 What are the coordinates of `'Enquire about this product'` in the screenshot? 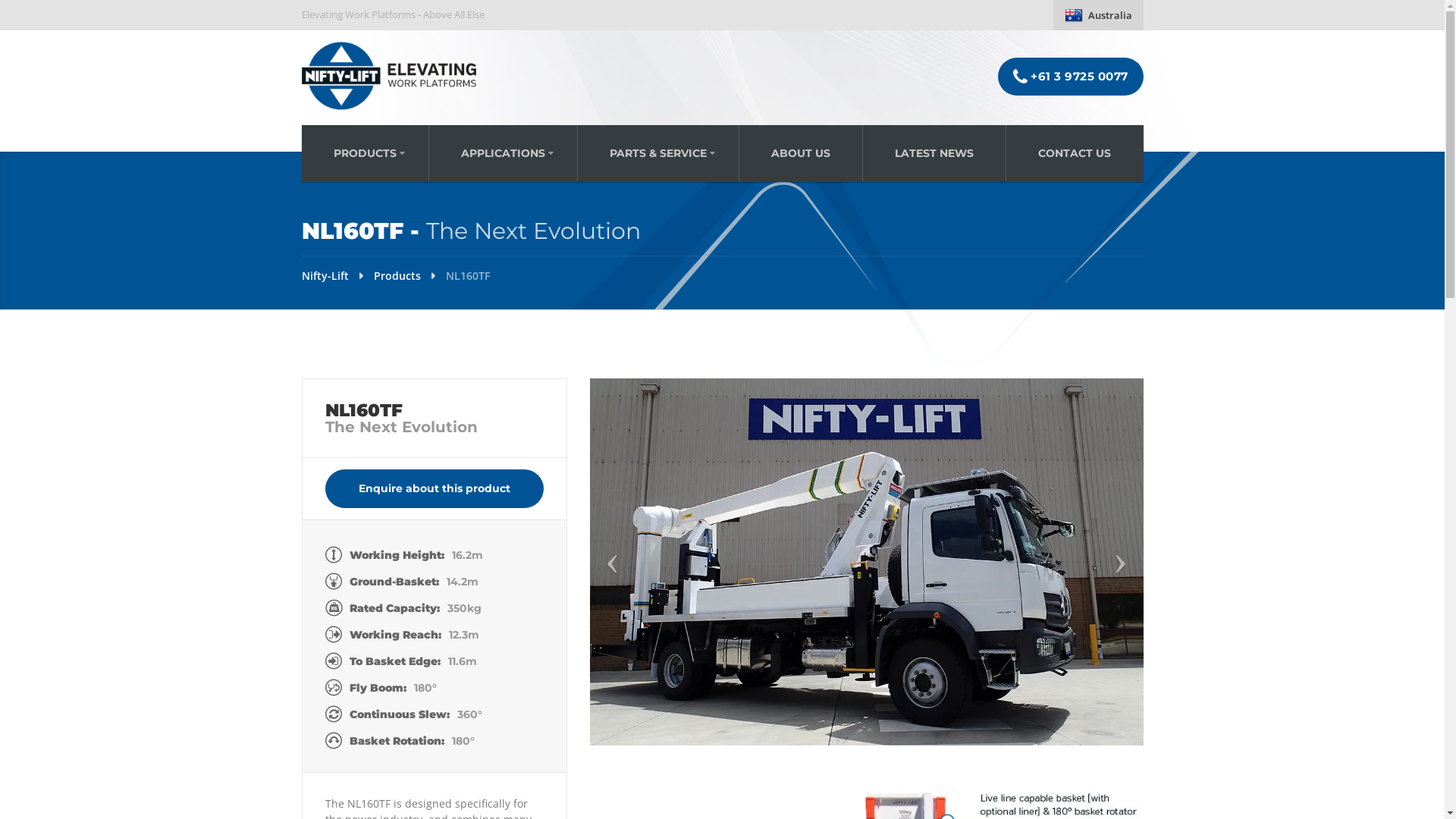 It's located at (432, 488).